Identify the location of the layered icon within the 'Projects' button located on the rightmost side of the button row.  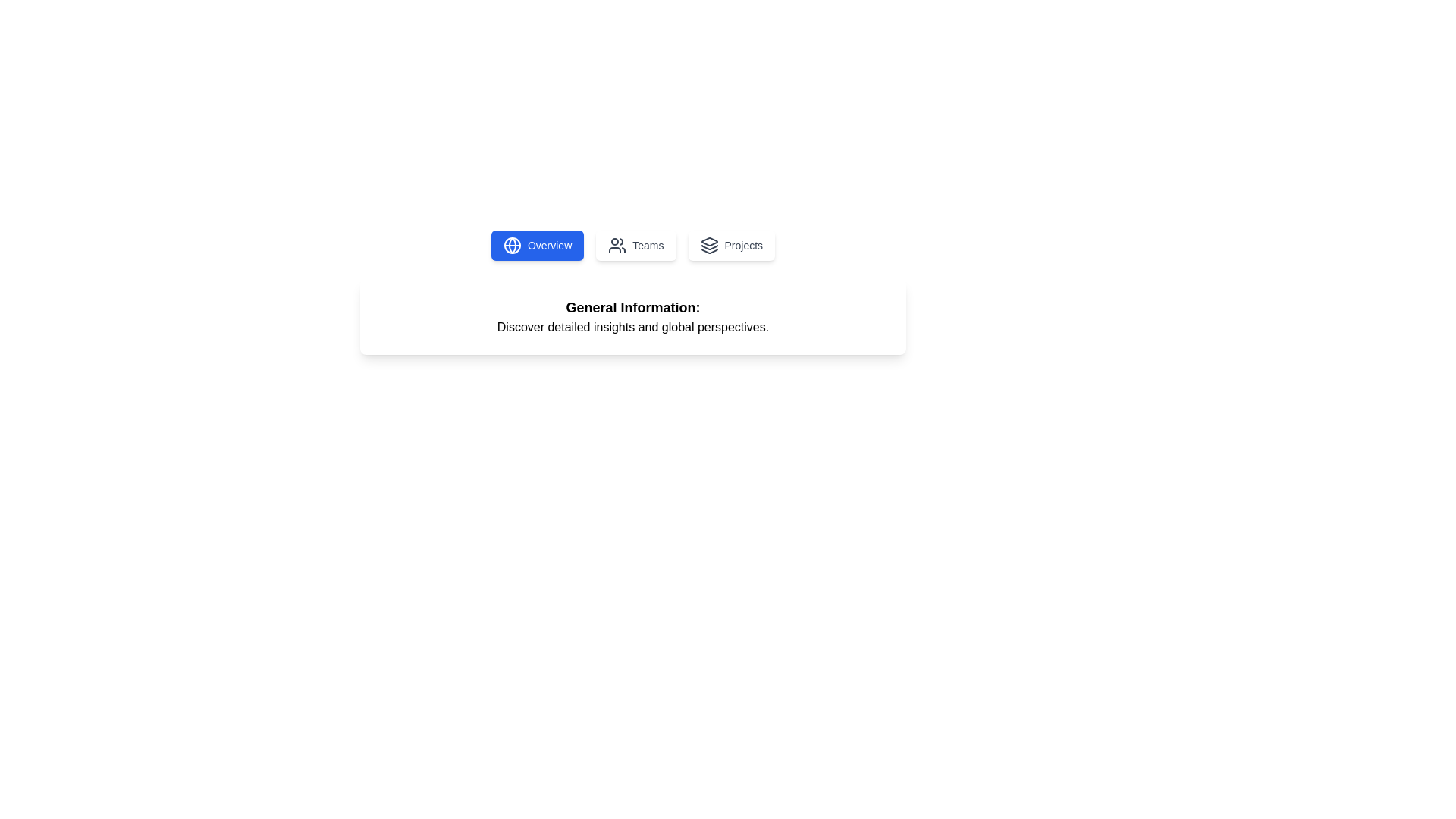
(708, 245).